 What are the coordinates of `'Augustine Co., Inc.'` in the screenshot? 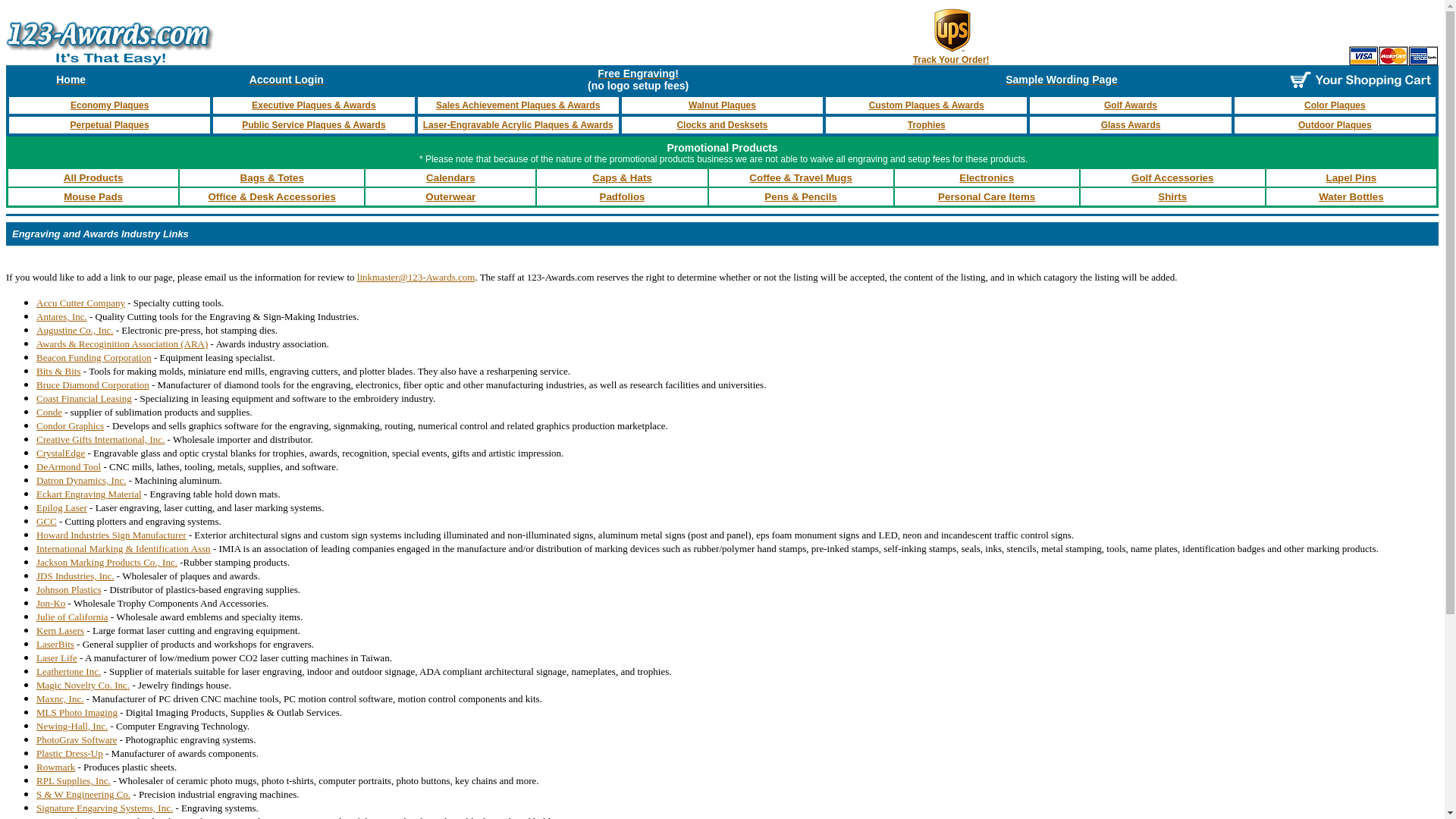 It's located at (36, 329).